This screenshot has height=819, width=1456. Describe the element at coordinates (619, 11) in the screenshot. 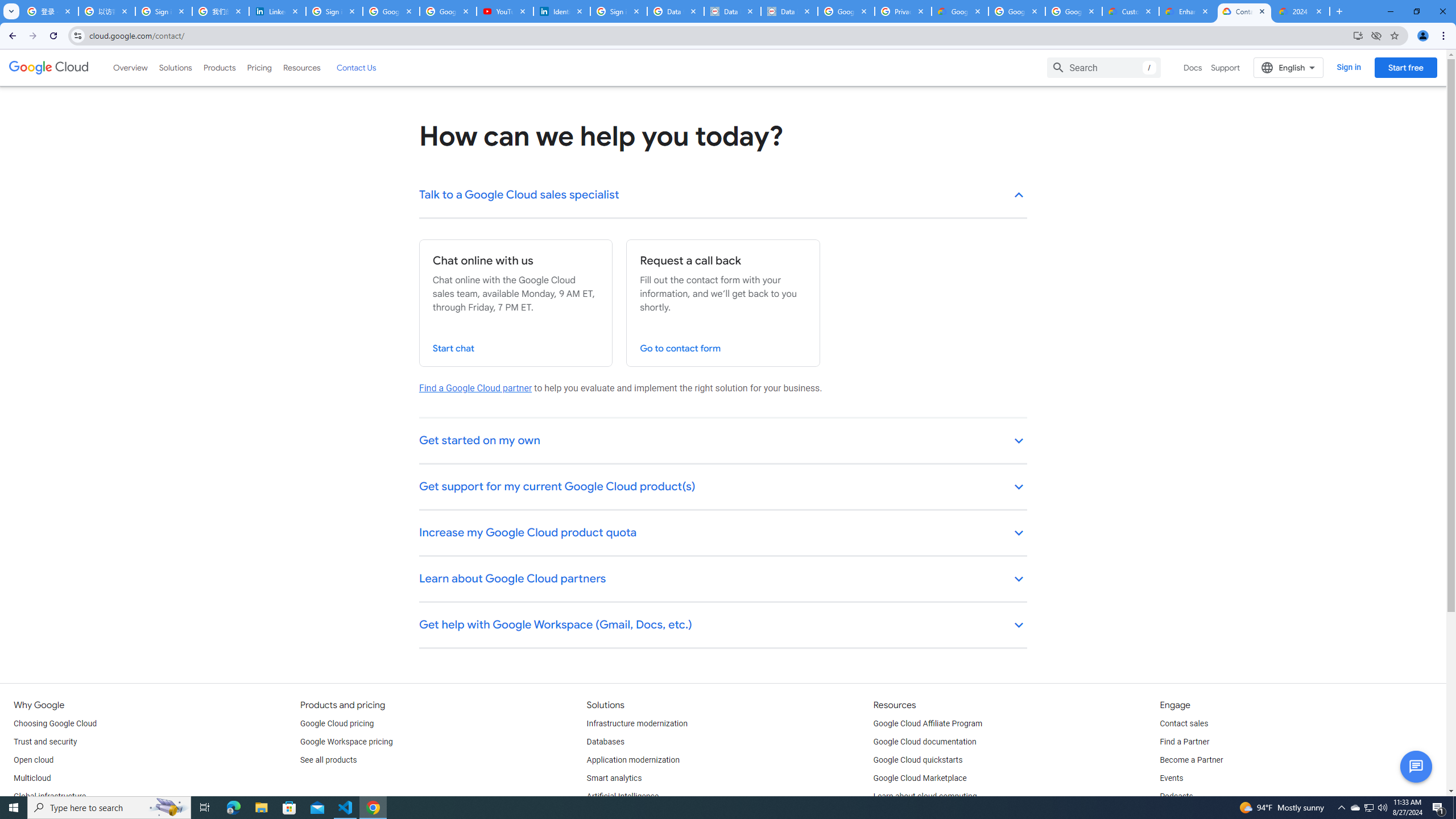

I see `'Sign in - Google Accounts'` at that location.